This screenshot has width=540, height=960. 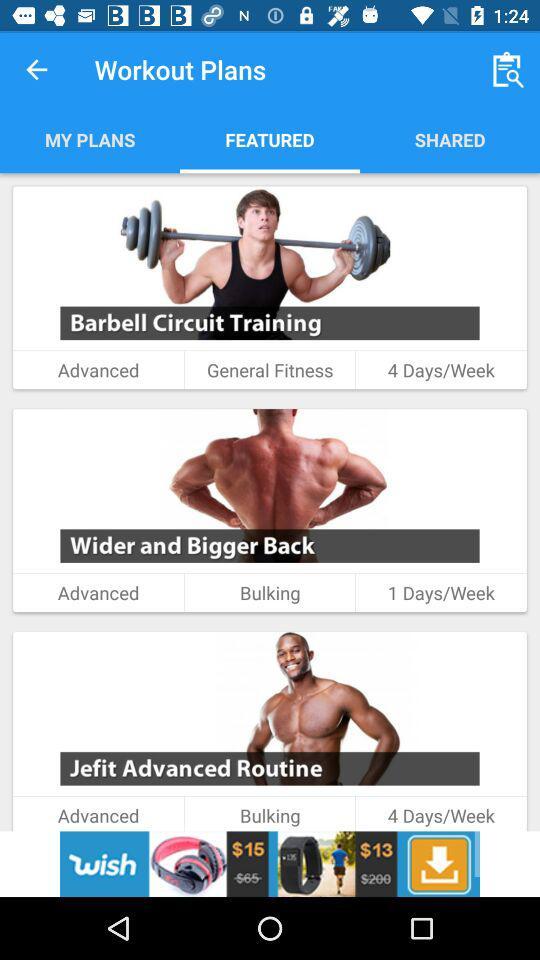 I want to click on advertisement, so click(x=270, y=863).